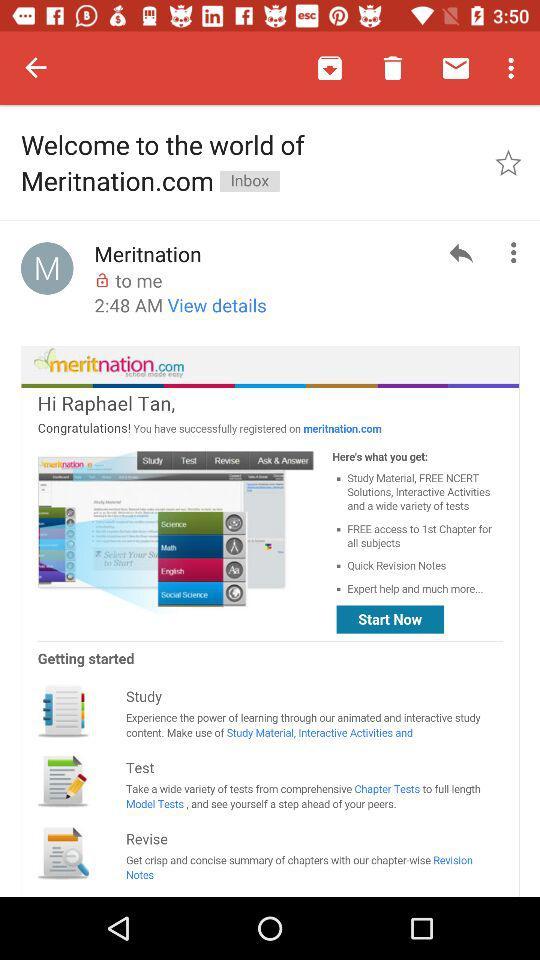 This screenshot has height=960, width=540. I want to click on the menu icon at the top right corner of the page, so click(514, 68).